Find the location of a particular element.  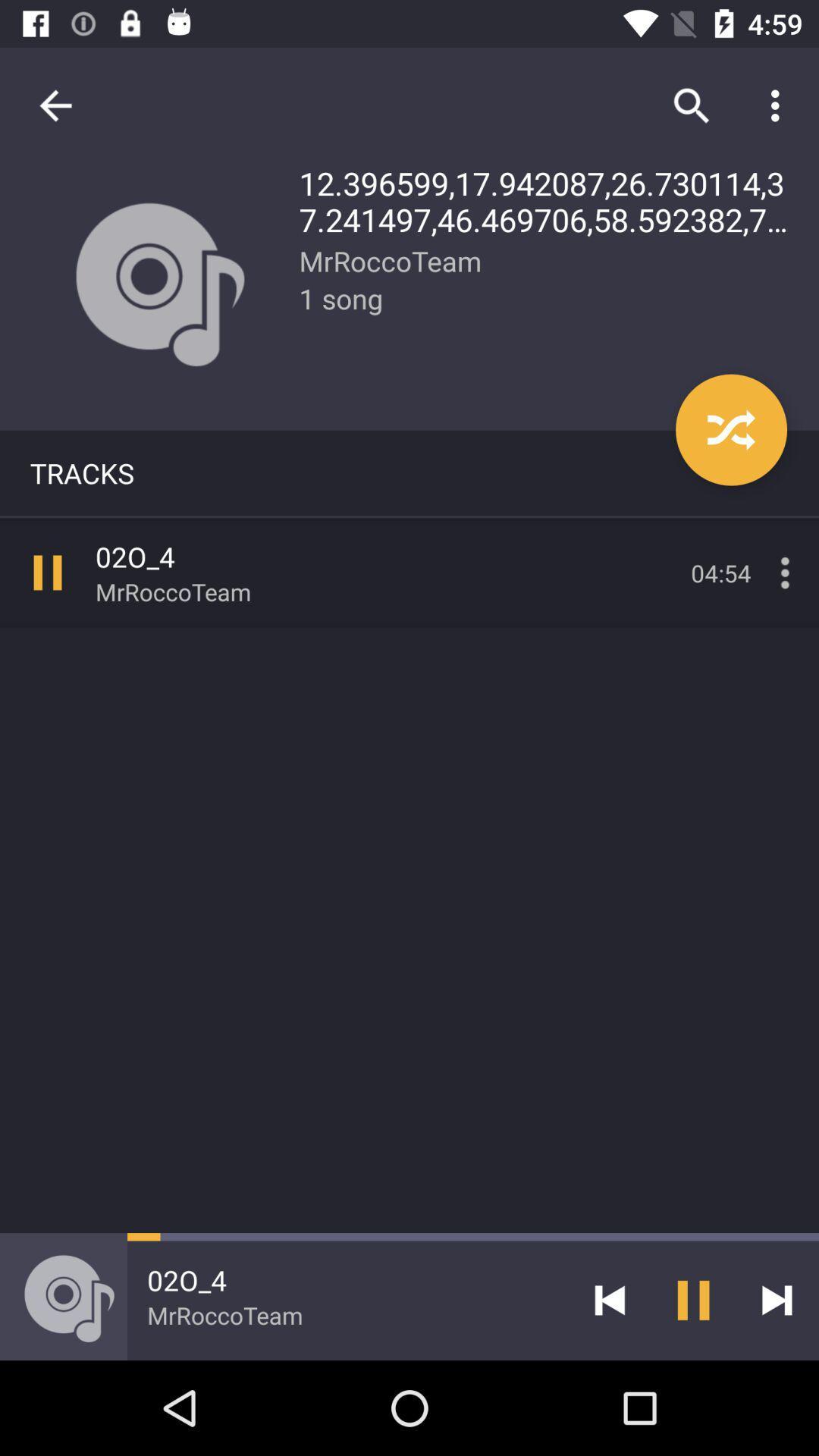

item above 12 396599 17 is located at coordinates (691, 105).